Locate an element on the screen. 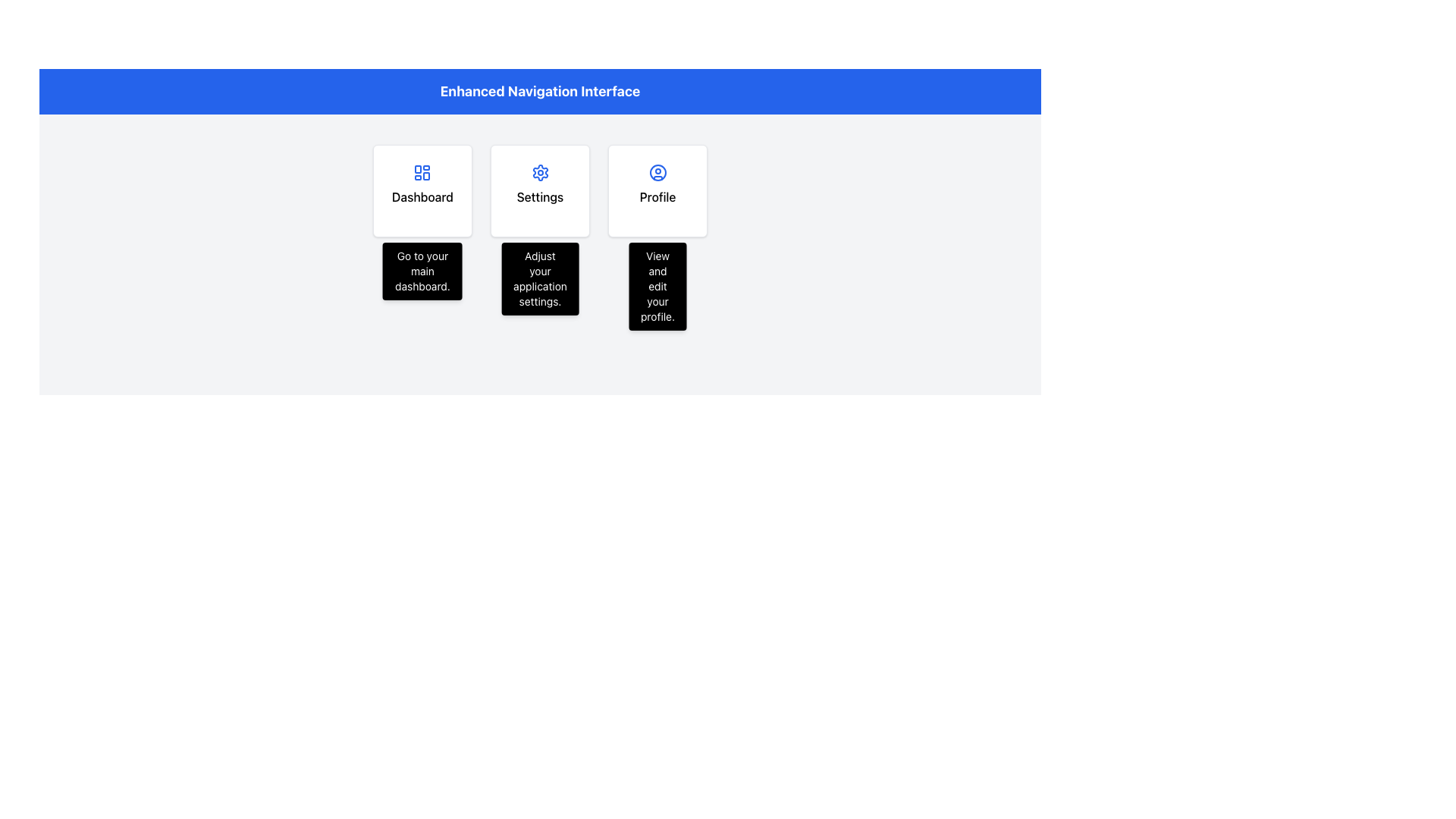 This screenshot has height=819, width=1456. the 'Profile' button, which has a white background, rounded corners, a blue person icon at the top, and bold black text below it is located at coordinates (657, 190).